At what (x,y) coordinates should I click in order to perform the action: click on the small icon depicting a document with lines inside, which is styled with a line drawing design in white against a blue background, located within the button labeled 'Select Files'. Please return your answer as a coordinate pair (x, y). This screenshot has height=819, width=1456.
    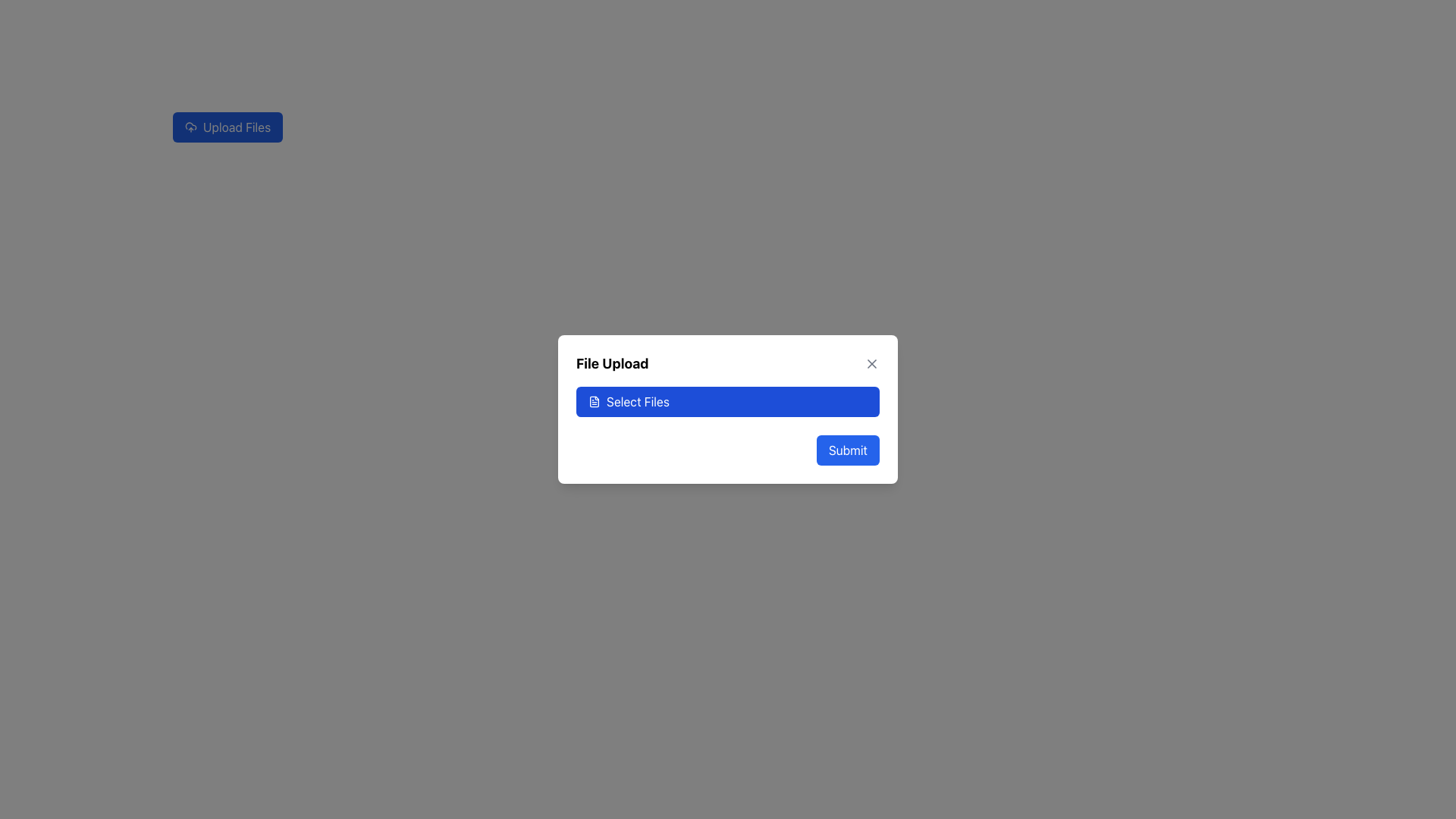
    Looking at the image, I should click on (593, 400).